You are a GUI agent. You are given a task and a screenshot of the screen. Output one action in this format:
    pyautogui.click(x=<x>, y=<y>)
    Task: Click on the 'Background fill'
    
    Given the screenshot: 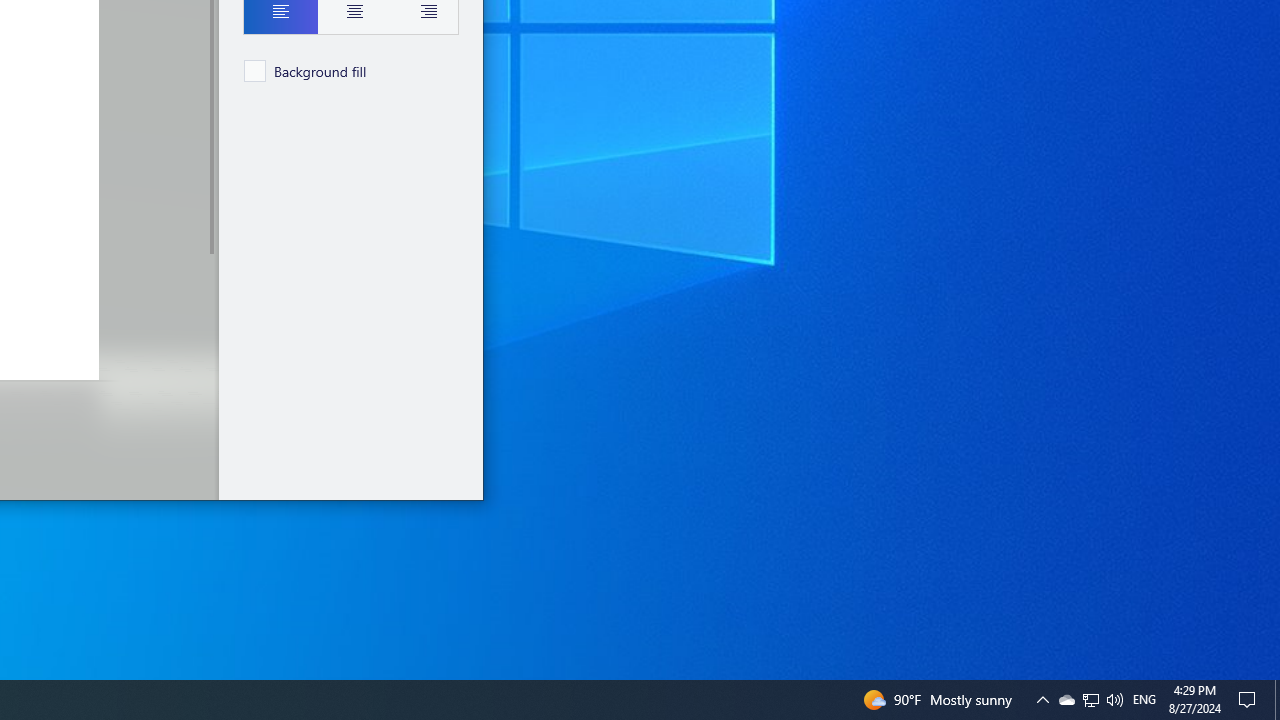 What is the action you would take?
    pyautogui.click(x=304, y=69)
    